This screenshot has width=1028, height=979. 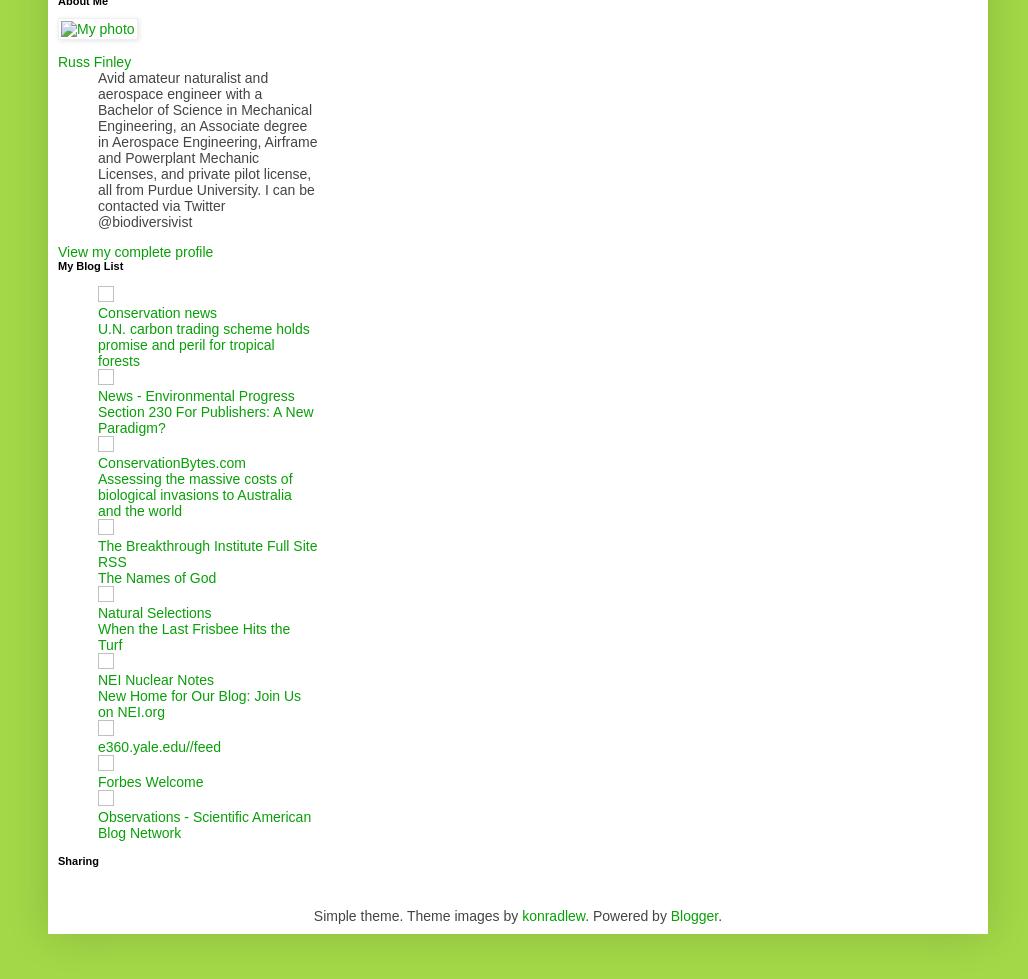 I want to click on '.', so click(x=719, y=914).